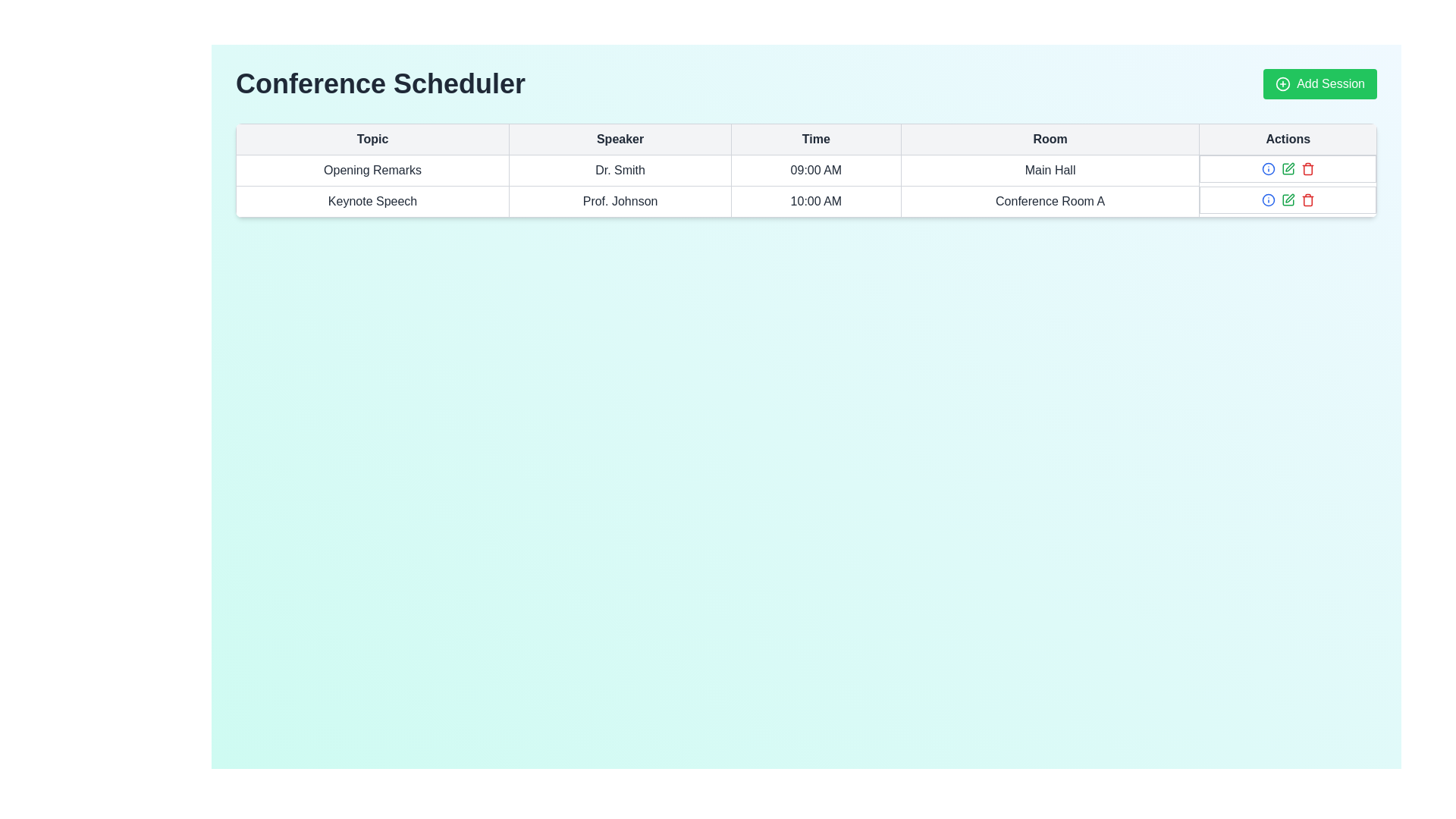 The height and width of the screenshot is (819, 1456). Describe the element at coordinates (620, 201) in the screenshot. I see `the text label displaying 'Prof. Johnson' in the 'Speaker' column of the second row of the table, which is bordered and padded, located between 'Keynote Speech' and '10:00 AM'` at that location.